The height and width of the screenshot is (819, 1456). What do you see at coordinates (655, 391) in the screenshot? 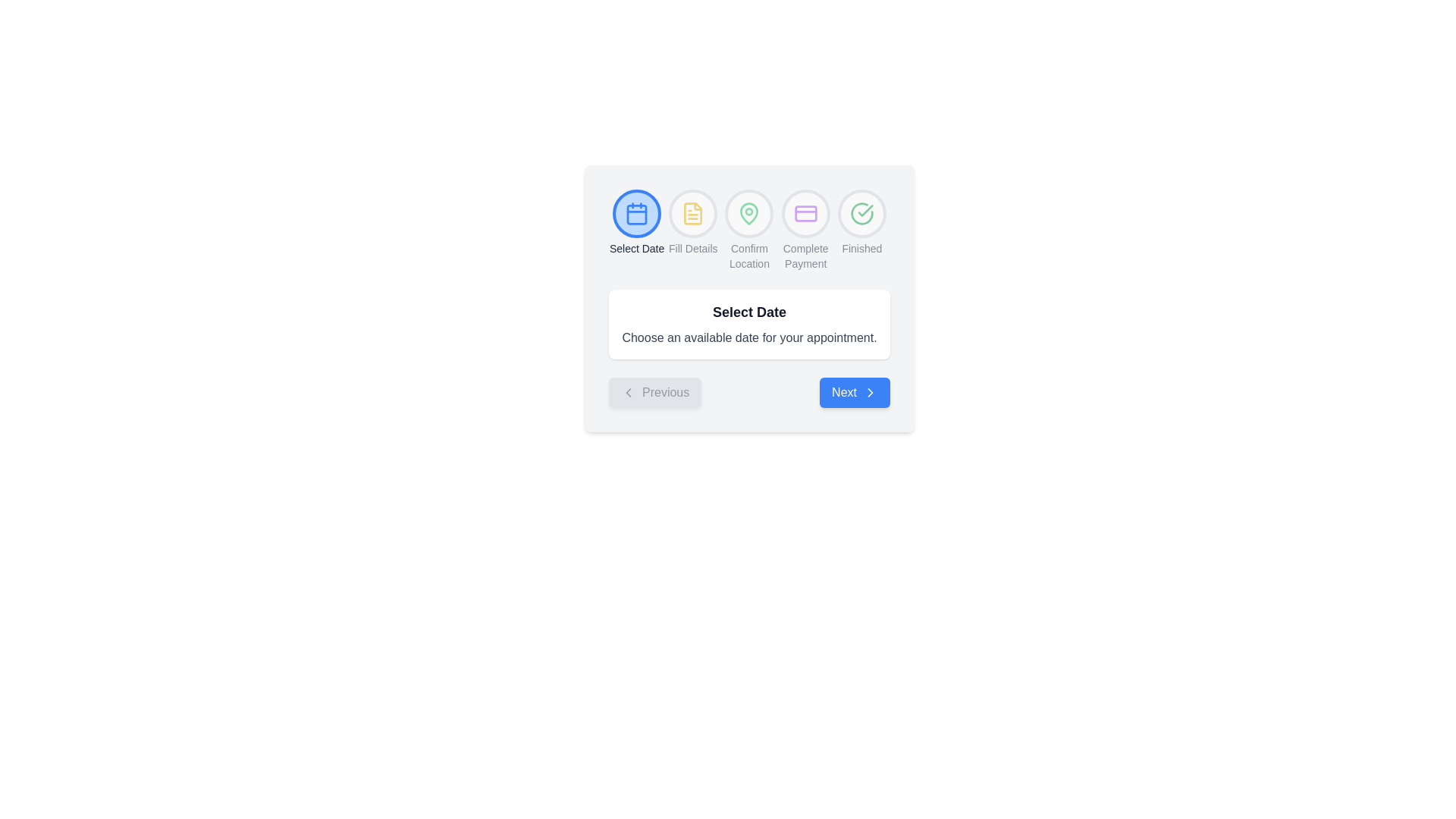
I see `the 'Previous' button, which has a light gray background, rounded corners, and contains a left-pointing chevron icon` at bounding box center [655, 391].